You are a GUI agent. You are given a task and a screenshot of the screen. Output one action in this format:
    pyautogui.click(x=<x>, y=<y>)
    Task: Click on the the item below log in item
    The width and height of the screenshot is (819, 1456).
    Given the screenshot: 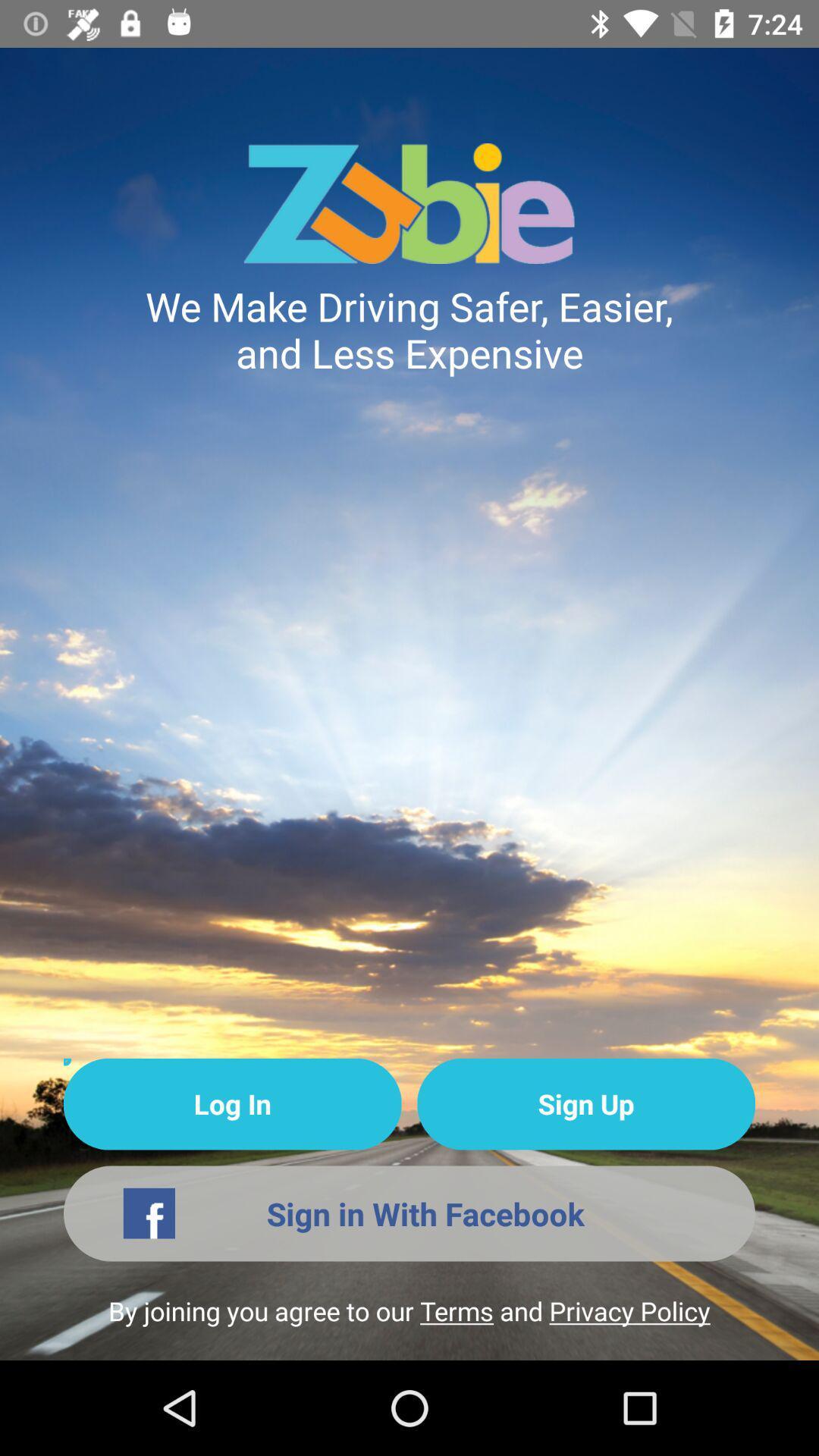 What is the action you would take?
    pyautogui.click(x=409, y=1213)
    